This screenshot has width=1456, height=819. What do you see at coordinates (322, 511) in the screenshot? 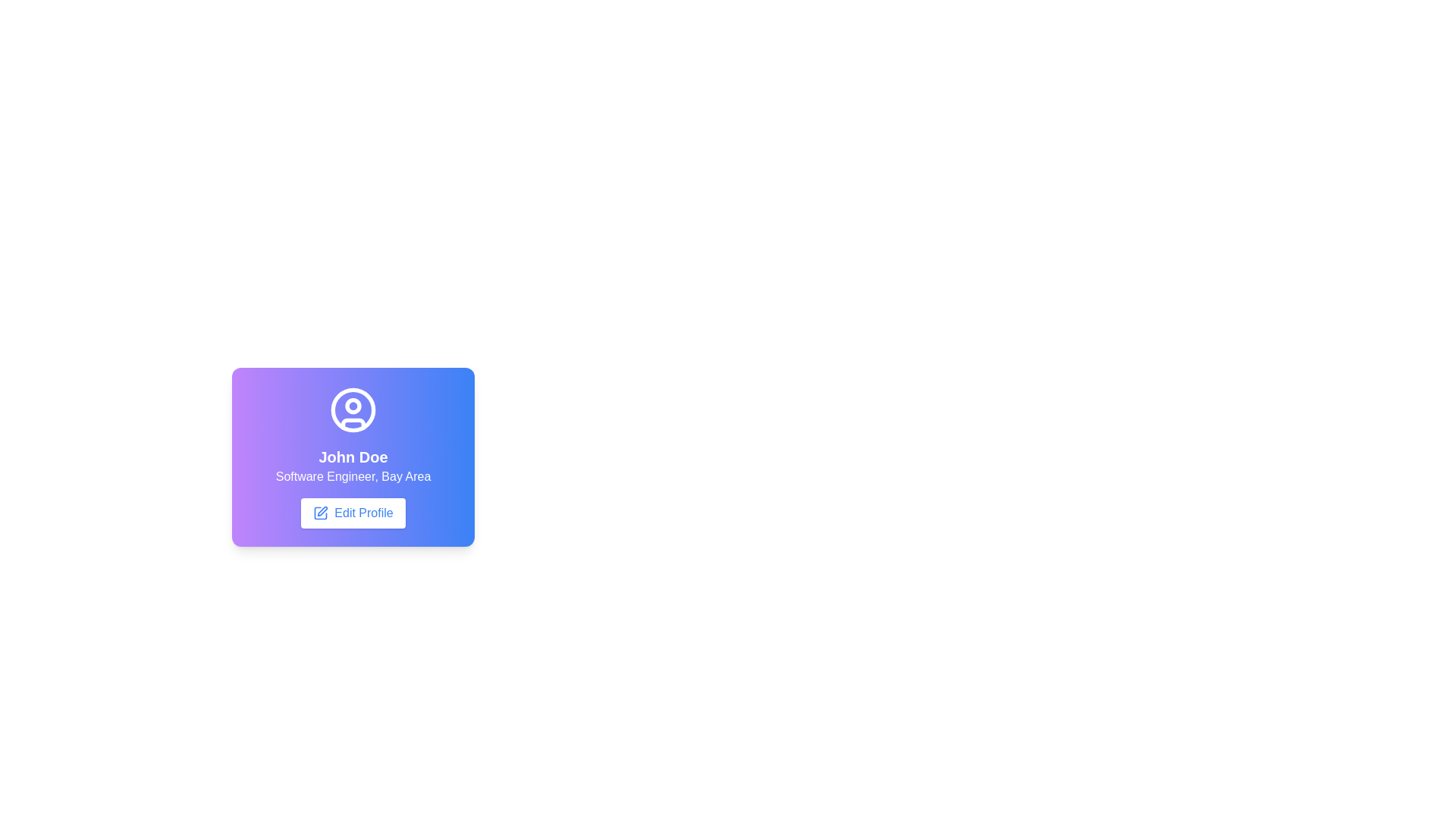
I see `the decorative icon indicating editing capability inside the 'Edit Profile' button, located near the left side` at bounding box center [322, 511].